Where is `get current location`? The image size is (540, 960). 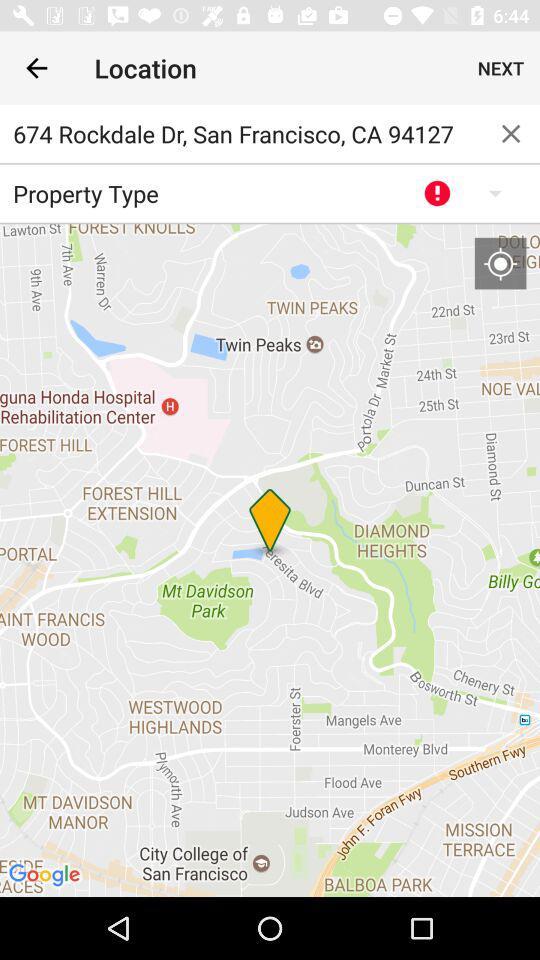 get current location is located at coordinates (499, 262).